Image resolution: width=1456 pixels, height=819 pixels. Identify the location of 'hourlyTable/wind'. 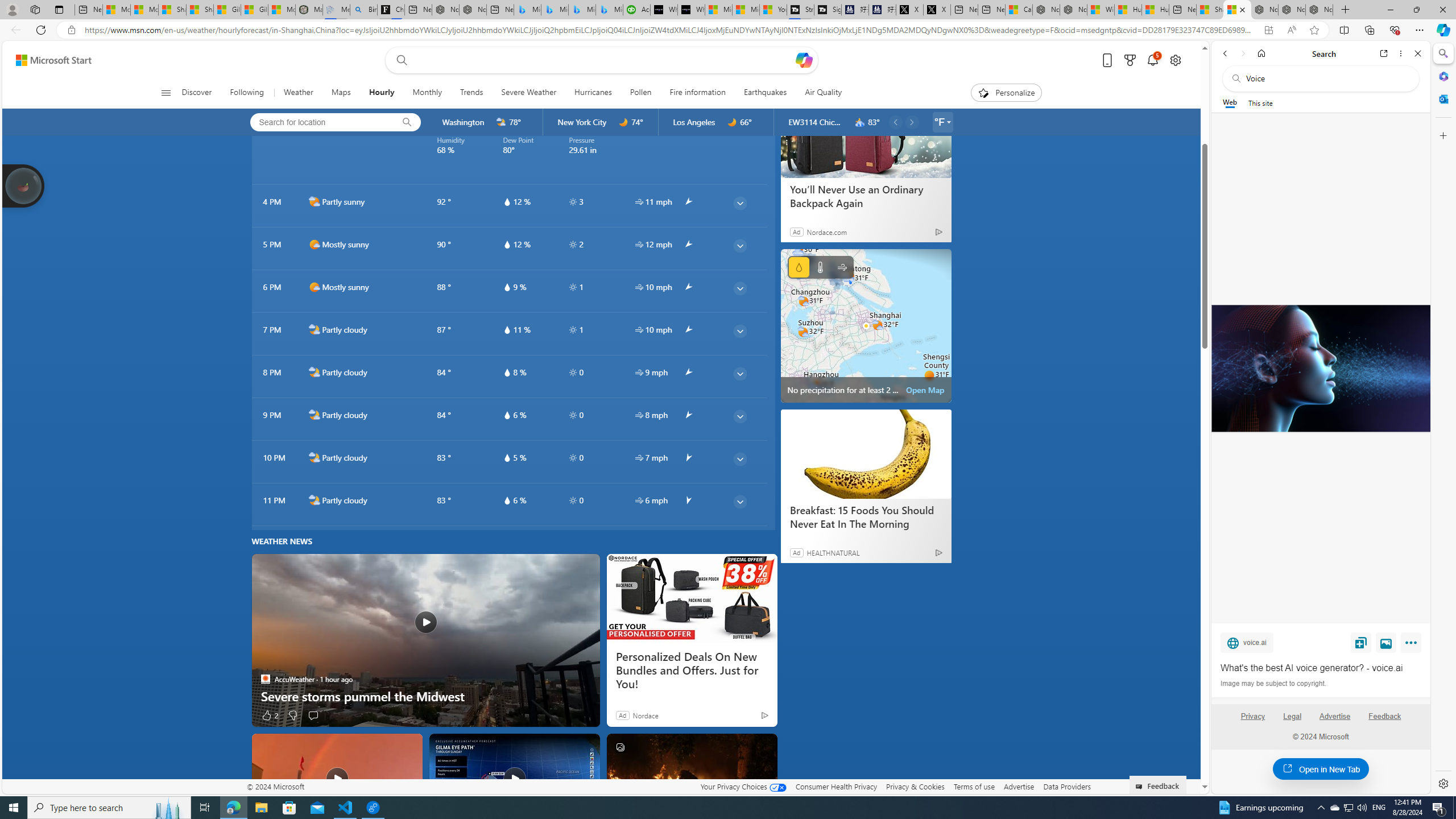
(638, 499).